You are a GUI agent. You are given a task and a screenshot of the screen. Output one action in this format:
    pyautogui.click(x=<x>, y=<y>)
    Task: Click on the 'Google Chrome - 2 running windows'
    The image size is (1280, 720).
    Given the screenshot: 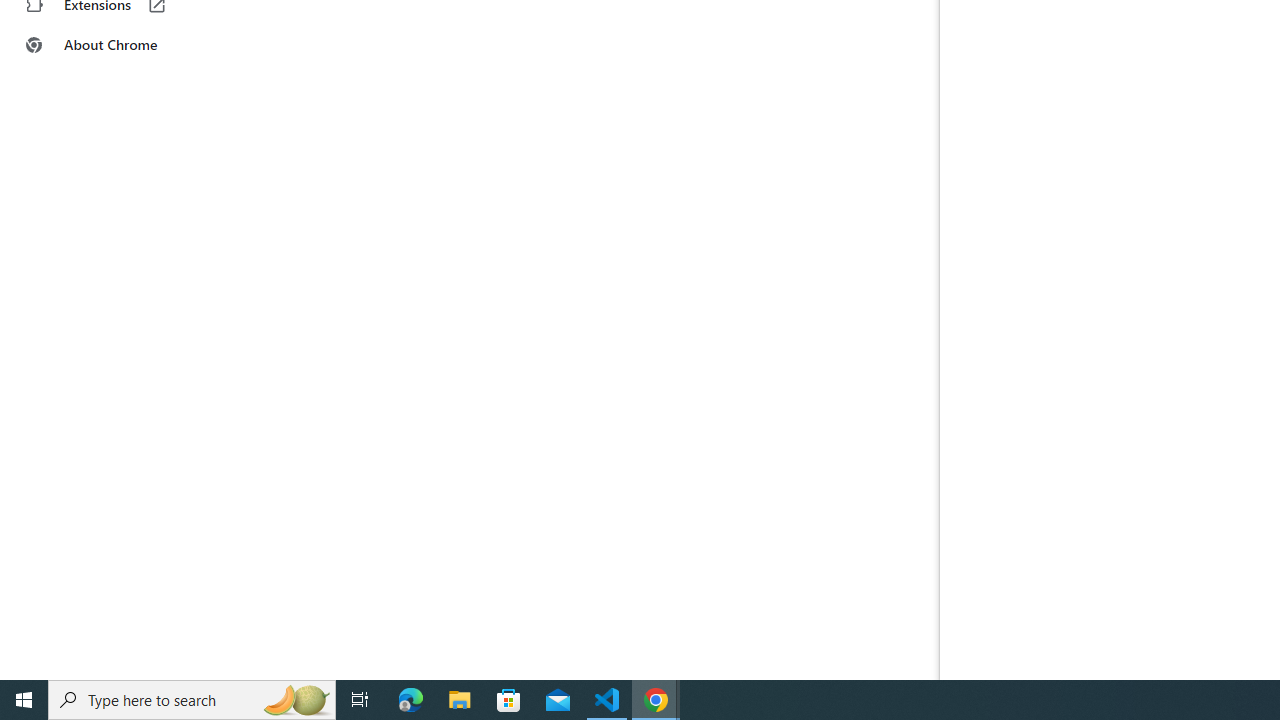 What is the action you would take?
    pyautogui.click(x=656, y=698)
    